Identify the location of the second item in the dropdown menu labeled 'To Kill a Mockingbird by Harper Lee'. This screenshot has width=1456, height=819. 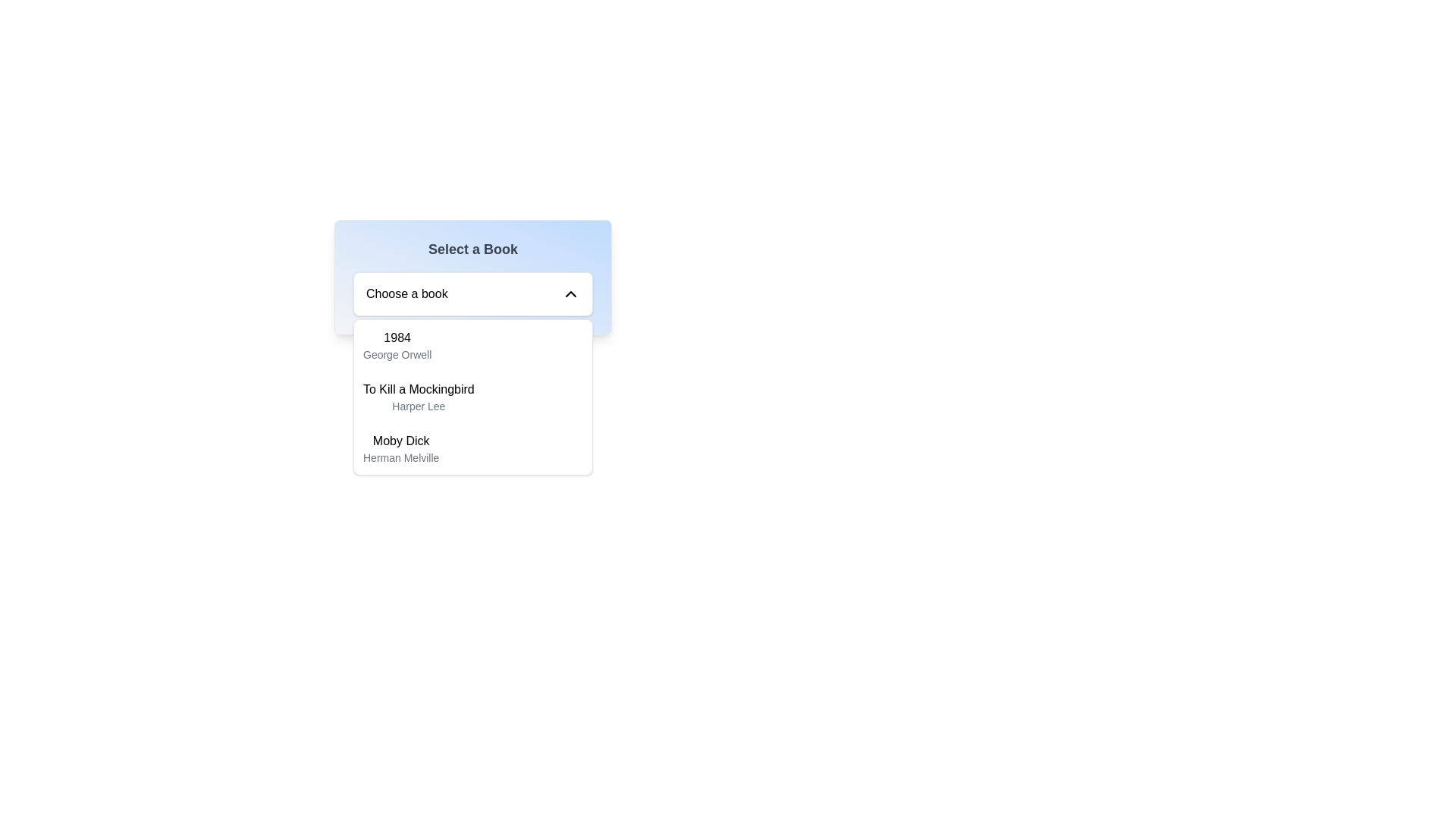
(472, 397).